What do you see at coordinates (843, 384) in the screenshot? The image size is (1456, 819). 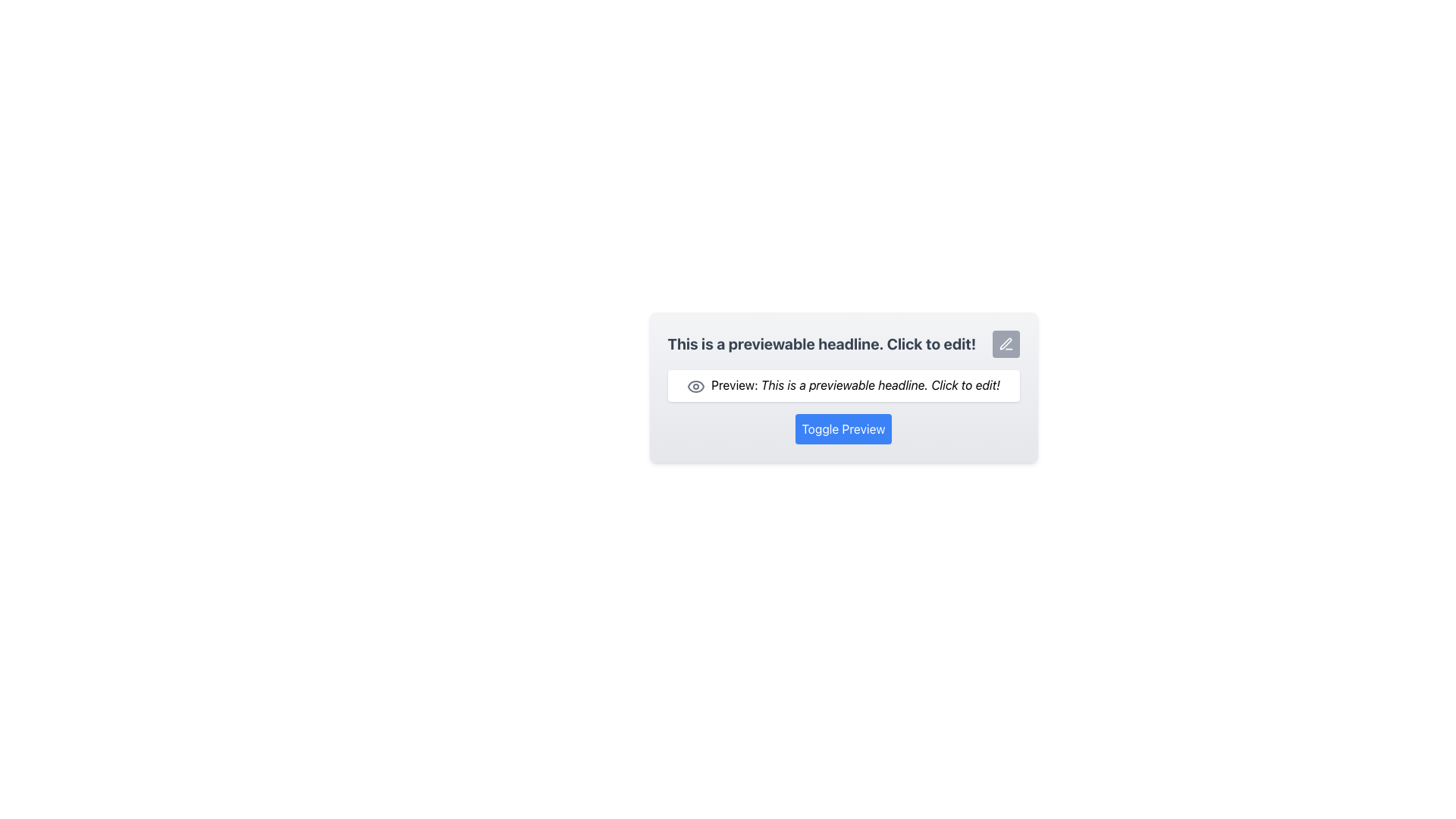 I see `the text box containing the preview icon and the text 'Preview: This is a previewable headline. Click to edit!' to trigger associated elements` at bounding box center [843, 384].